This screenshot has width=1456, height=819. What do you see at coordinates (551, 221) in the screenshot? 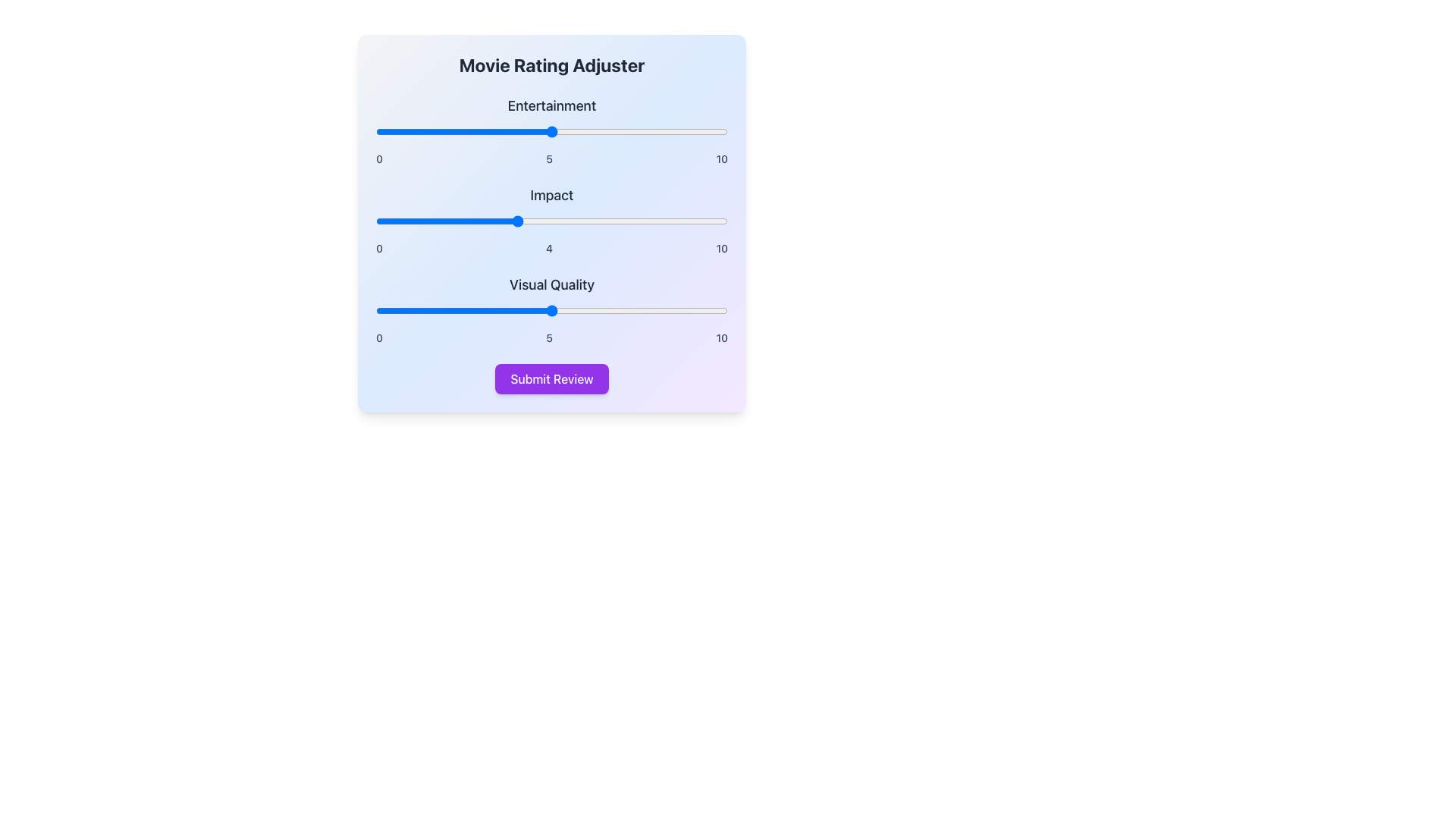
I see `the Impact slider value` at bounding box center [551, 221].